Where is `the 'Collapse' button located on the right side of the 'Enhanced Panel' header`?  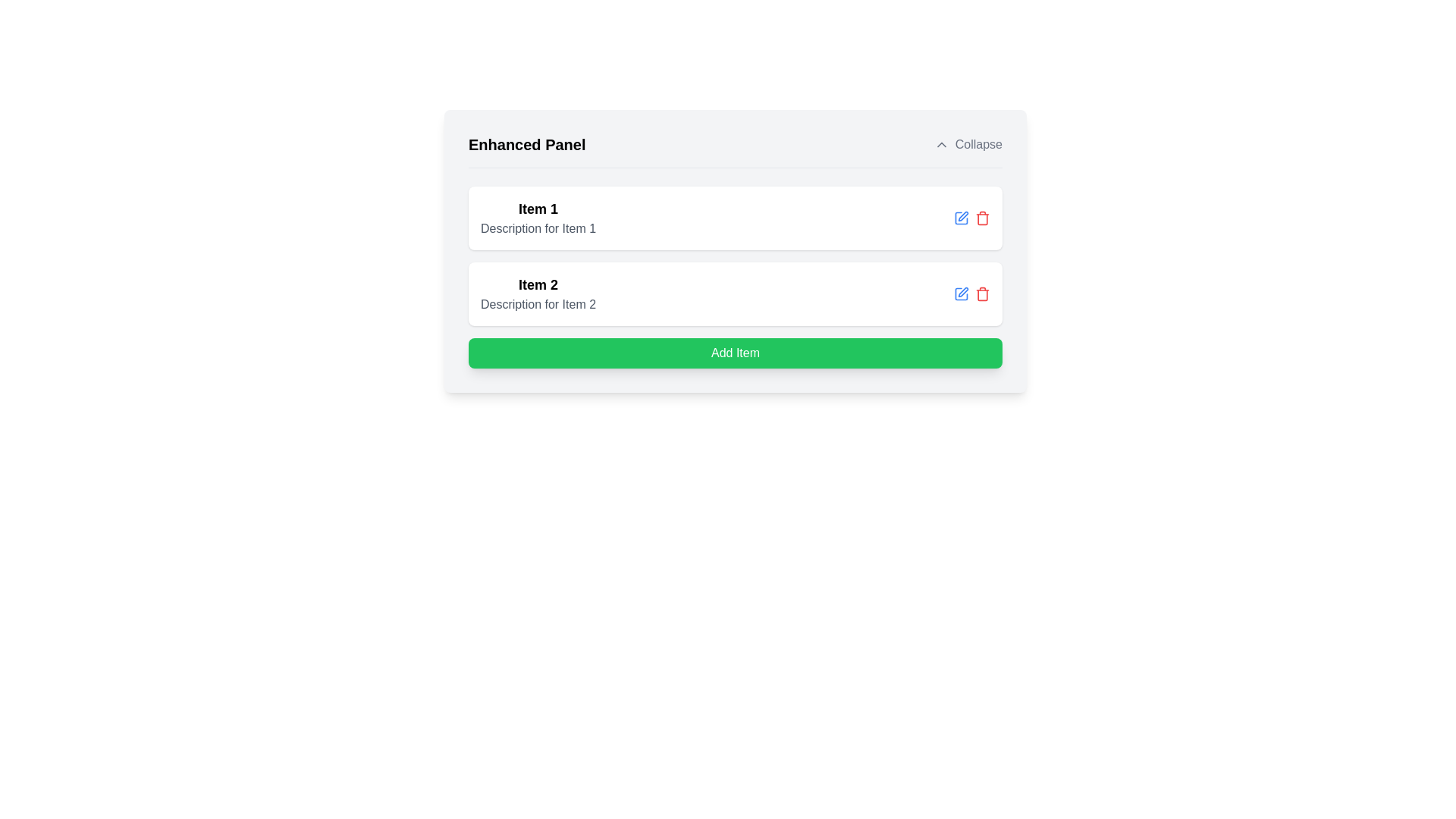 the 'Collapse' button located on the right side of the 'Enhanced Panel' header is located at coordinates (967, 145).